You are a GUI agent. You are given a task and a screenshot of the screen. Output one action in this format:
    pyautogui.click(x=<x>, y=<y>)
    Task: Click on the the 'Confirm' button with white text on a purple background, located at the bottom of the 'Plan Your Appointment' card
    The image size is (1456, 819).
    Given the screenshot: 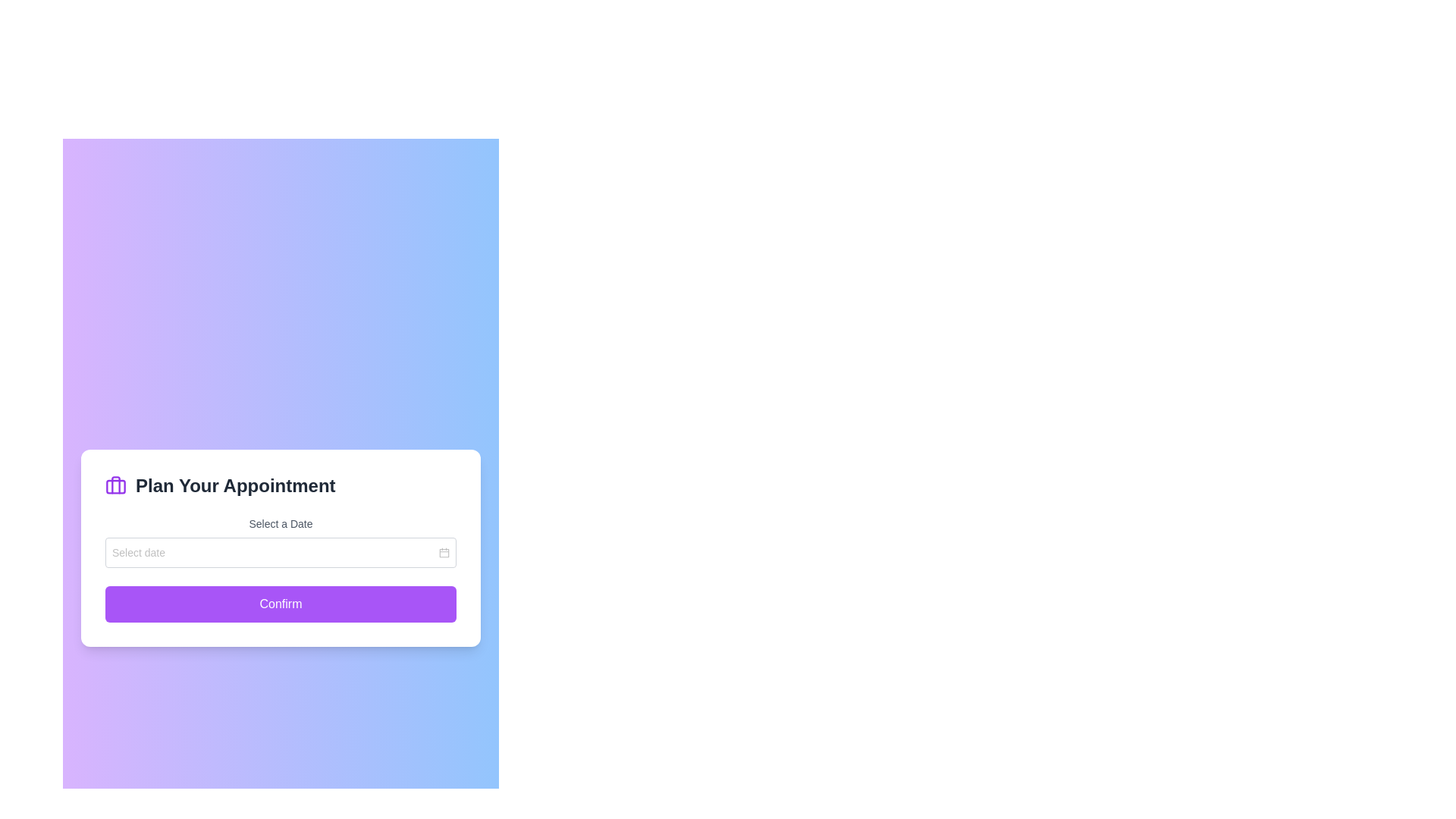 What is the action you would take?
    pyautogui.click(x=281, y=604)
    